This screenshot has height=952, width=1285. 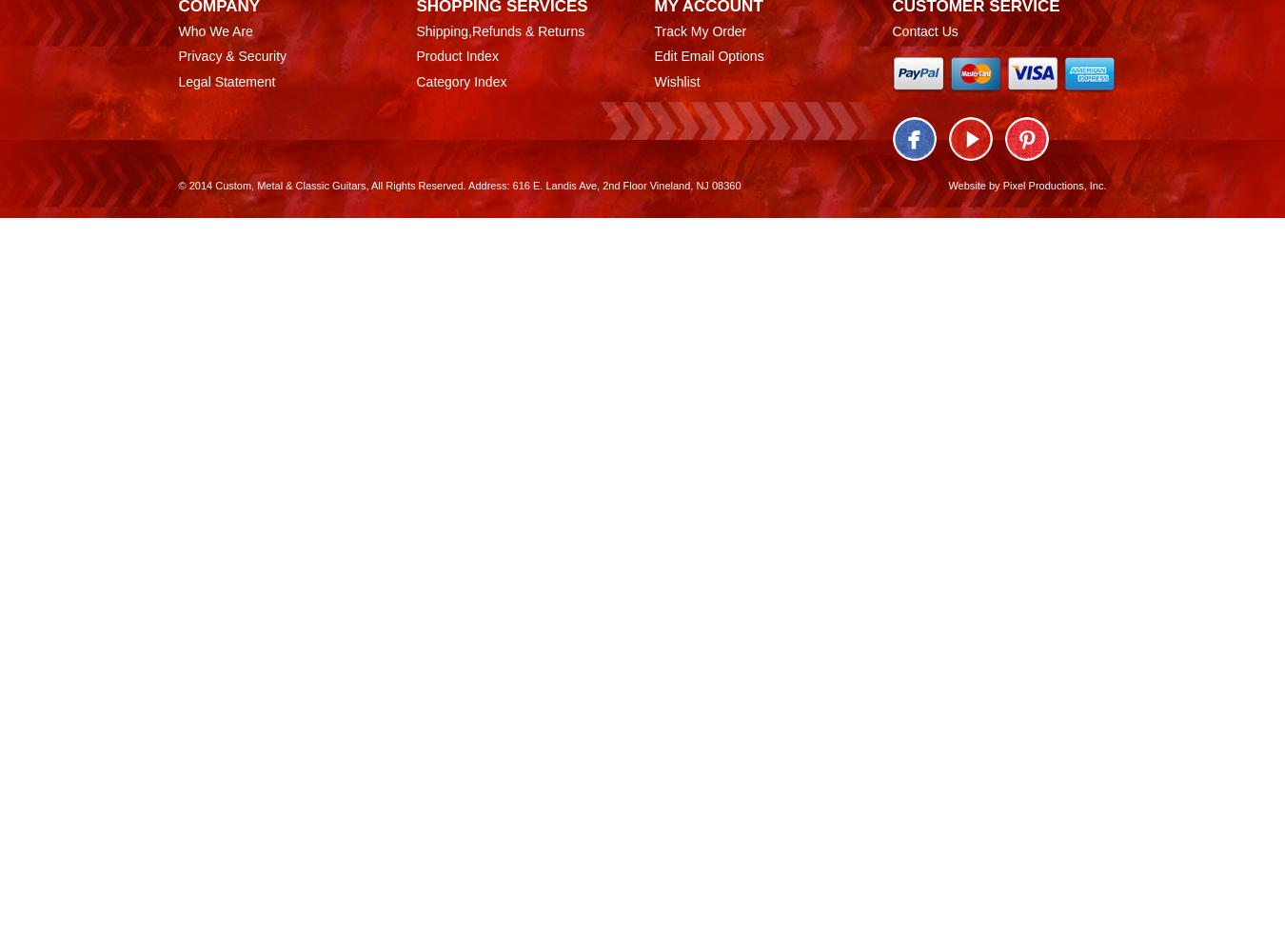 What do you see at coordinates (707, 56) in the screenshot?
I see `'Edit Email Options'` at bounding box center [707, 56].